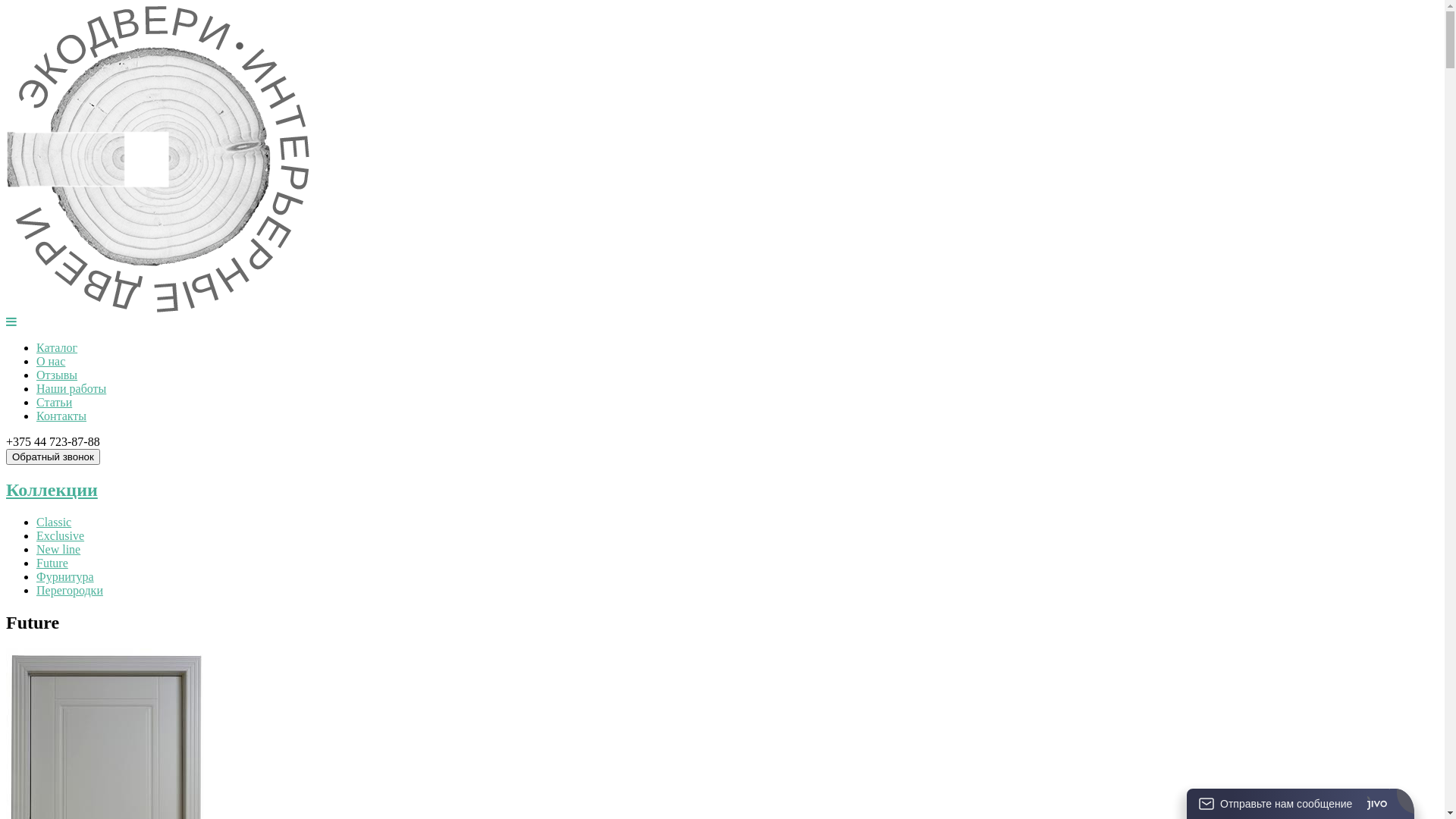  Describe the element at coordinates (60, 535) in the screenshot. I see `'Exclusive'` at that location.